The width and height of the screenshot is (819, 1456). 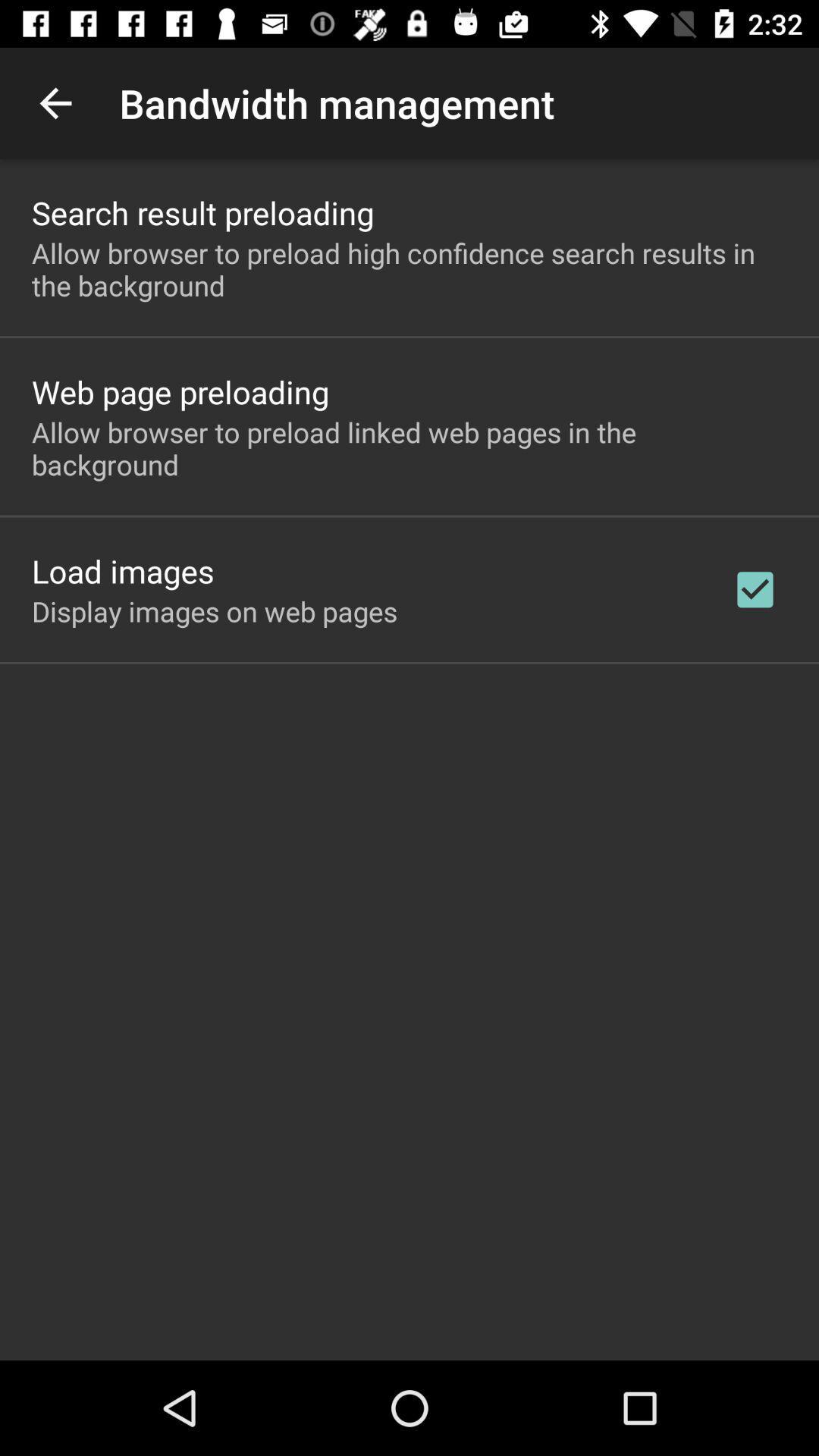 What do you see at coordinates (202, 212) in the screenshot?
I see `app above the allow browser to` at bounding box center [202, 212].